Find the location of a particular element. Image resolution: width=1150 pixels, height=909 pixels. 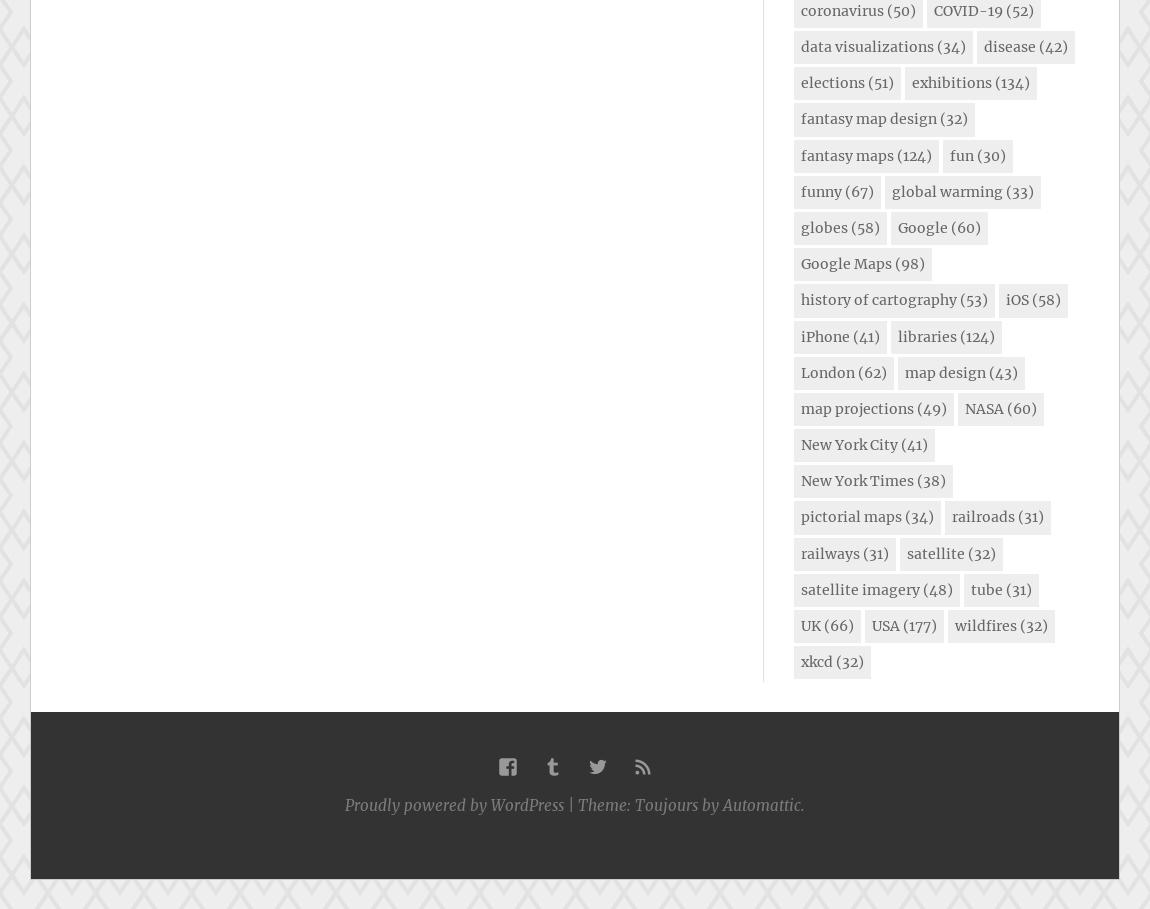

'disease' is located at coordinates (1010, 46).